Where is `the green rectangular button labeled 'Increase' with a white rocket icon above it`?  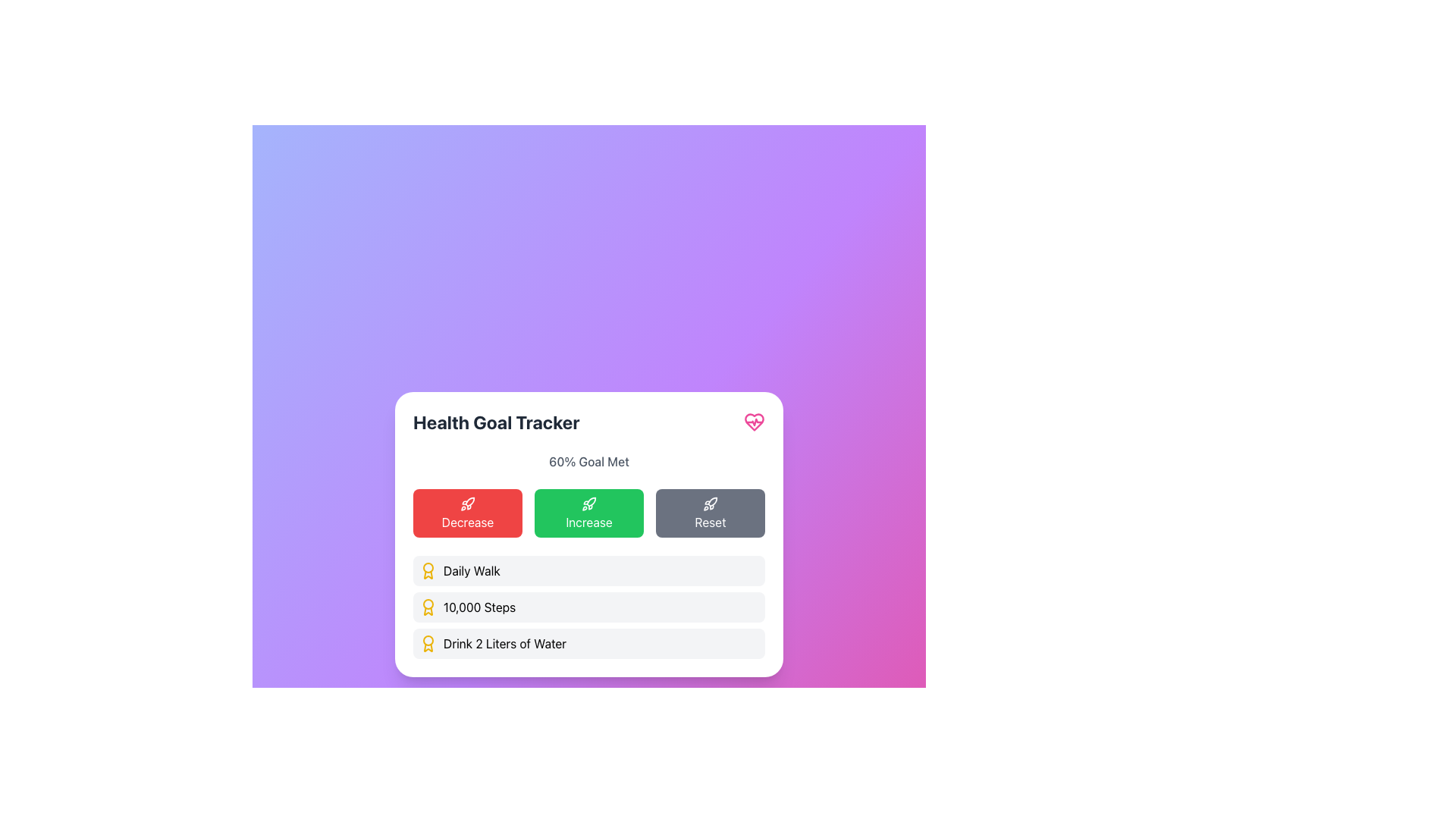
the green rectangular button labeled 'Increase' with a white rocket icon above it is located at coordinates (588, 513).